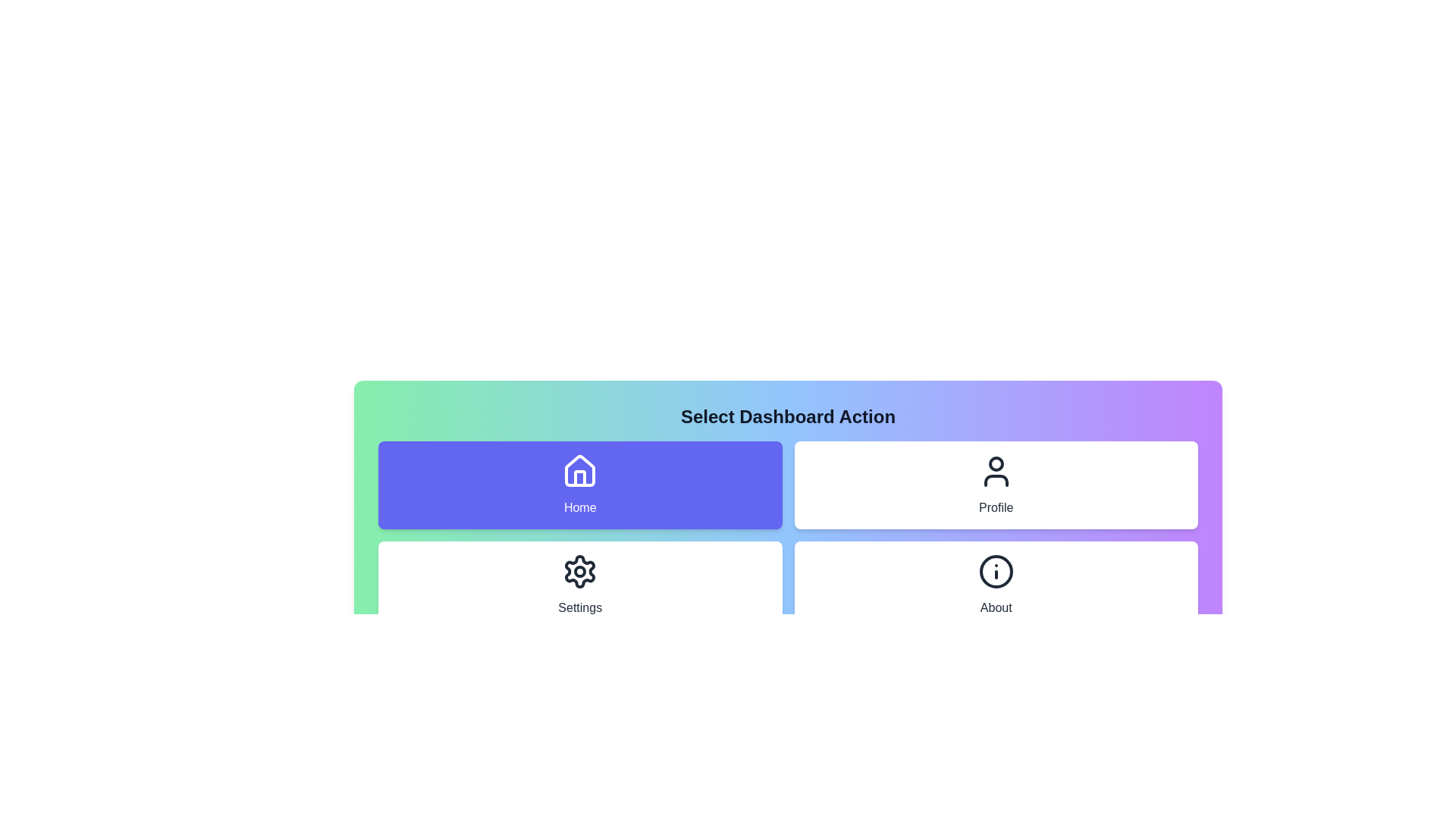 The height and width of the screenshot is (819, 1456). I want to click on the Settings button to select the corresponding dashboard action, so click(579, 584).